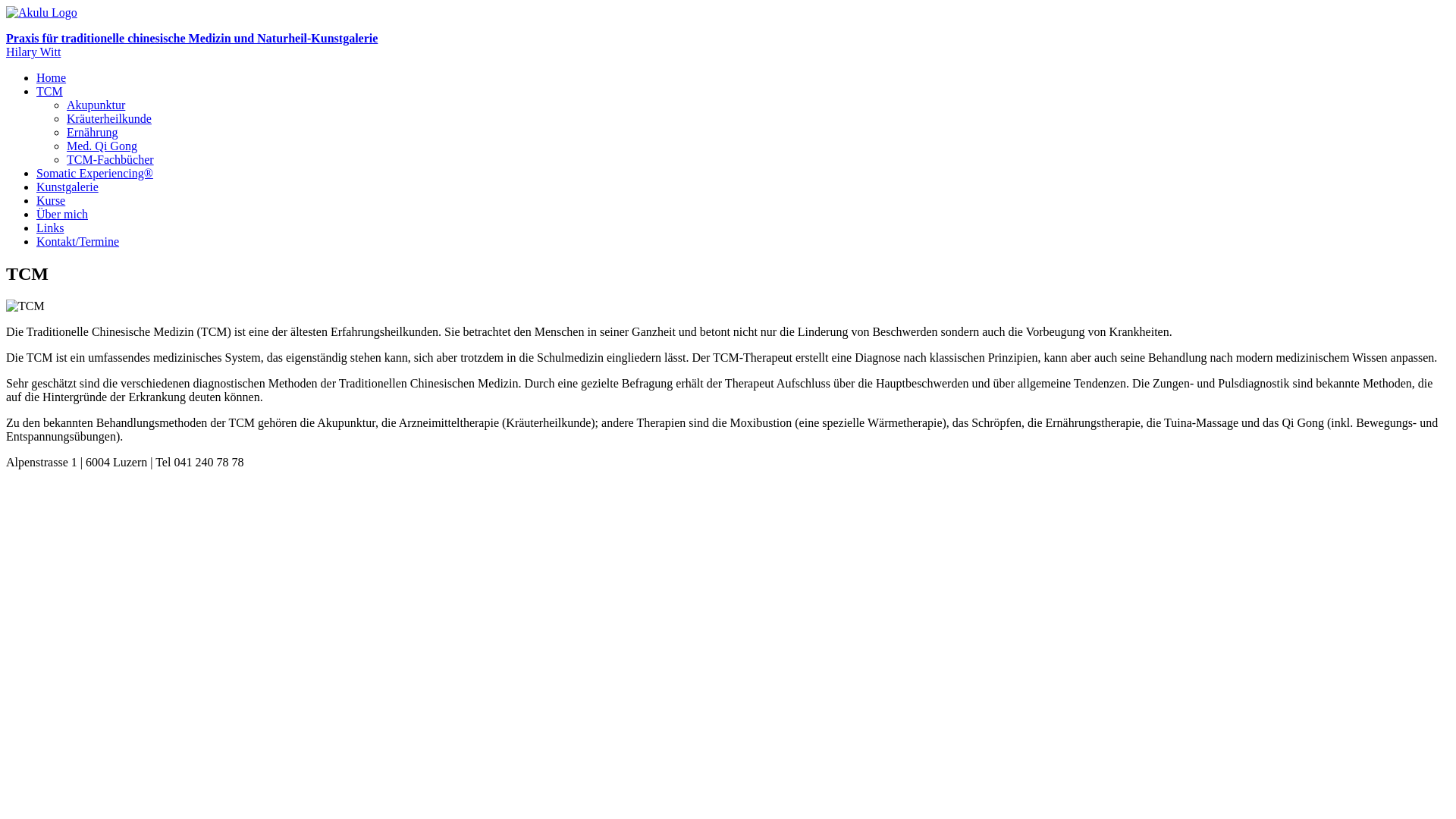  Describe the element at coordinates (50, 227) in the screenshot. I see `'Links'` at that location.